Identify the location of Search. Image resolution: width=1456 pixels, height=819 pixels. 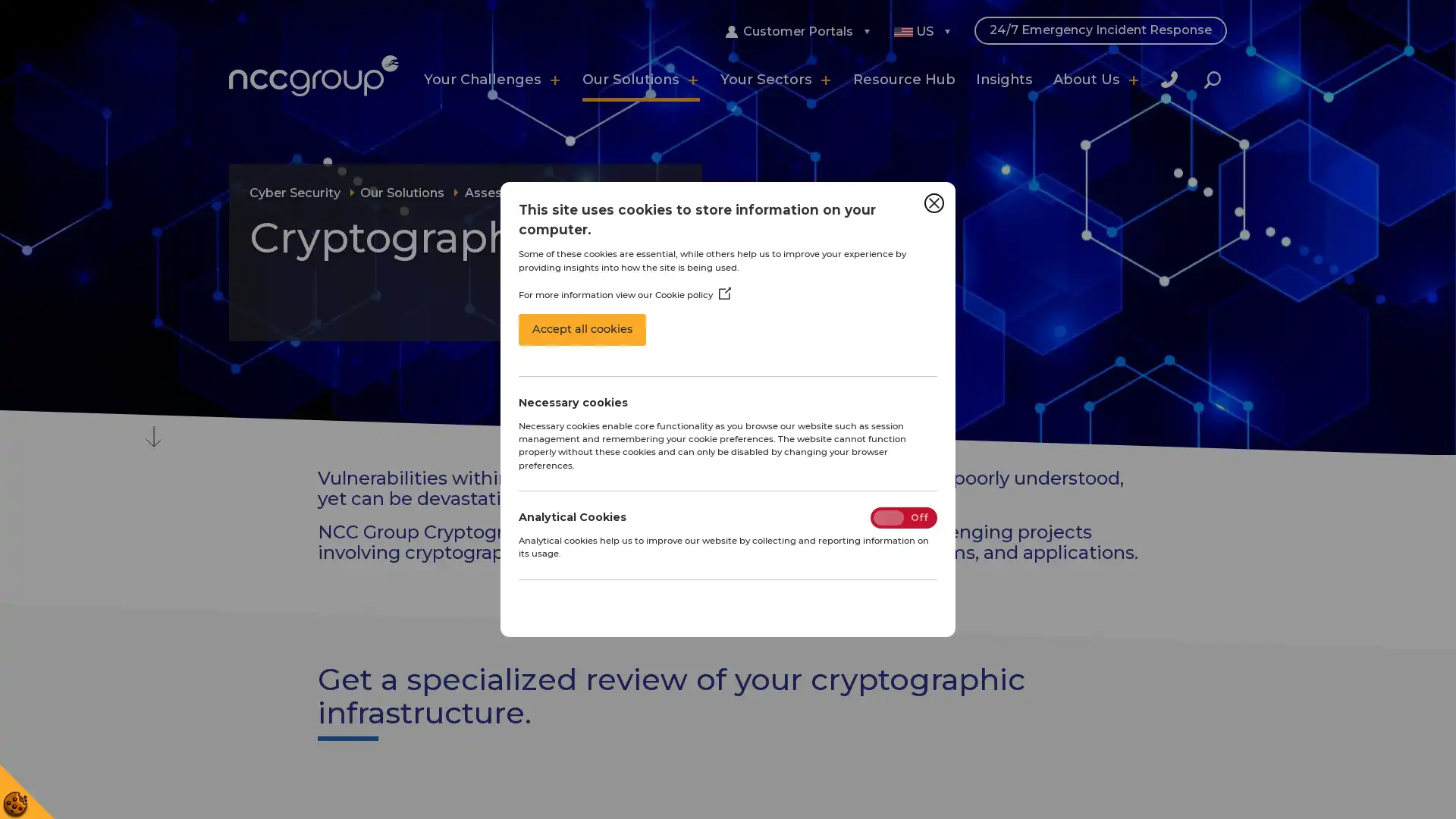
(1167, 189).